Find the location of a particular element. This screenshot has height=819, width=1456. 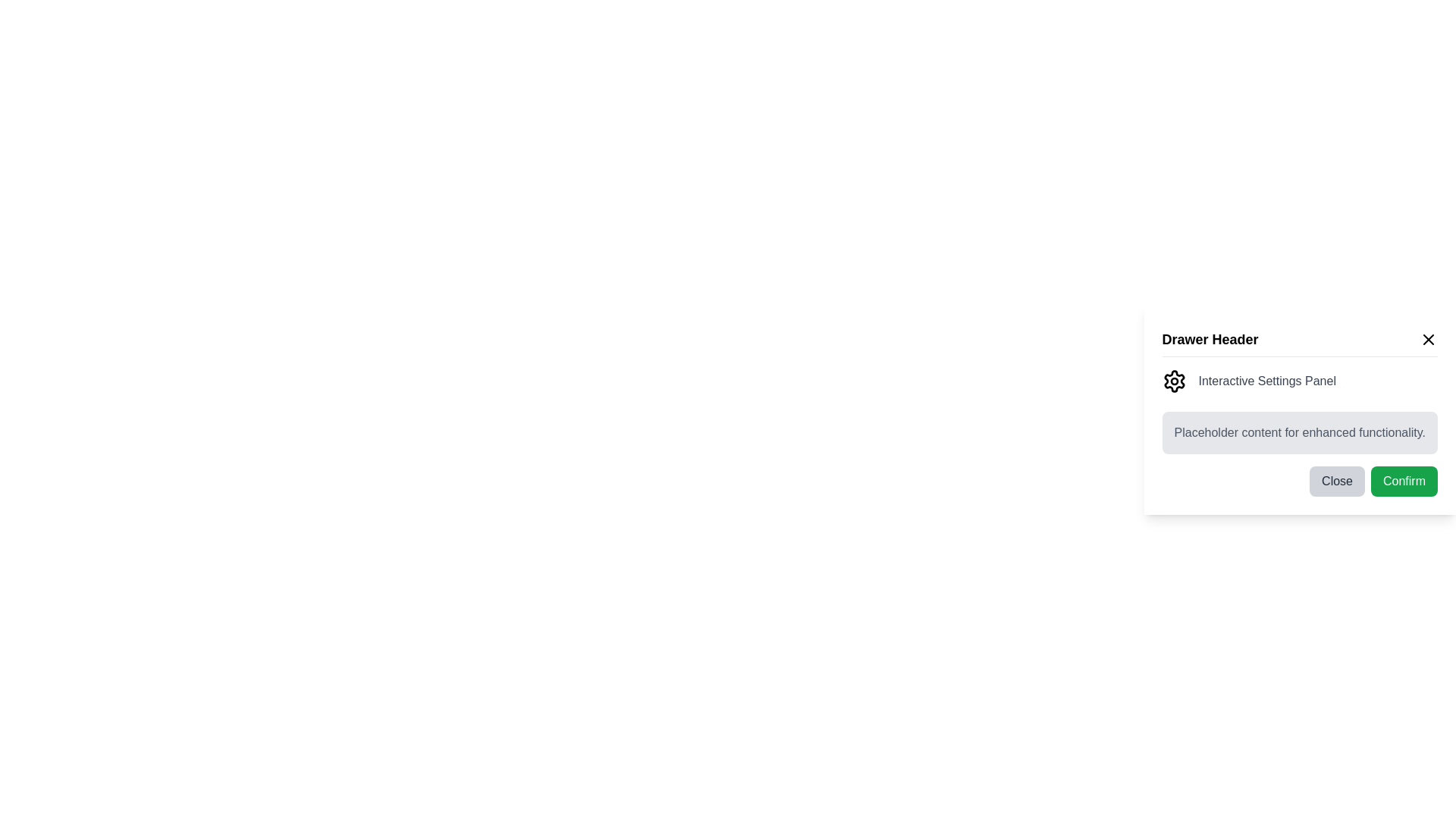

the close button represented by the 'X' icon in the top-right corner of the modal header labeled 'Drawer Header' is located at coordinates (1427, 338).